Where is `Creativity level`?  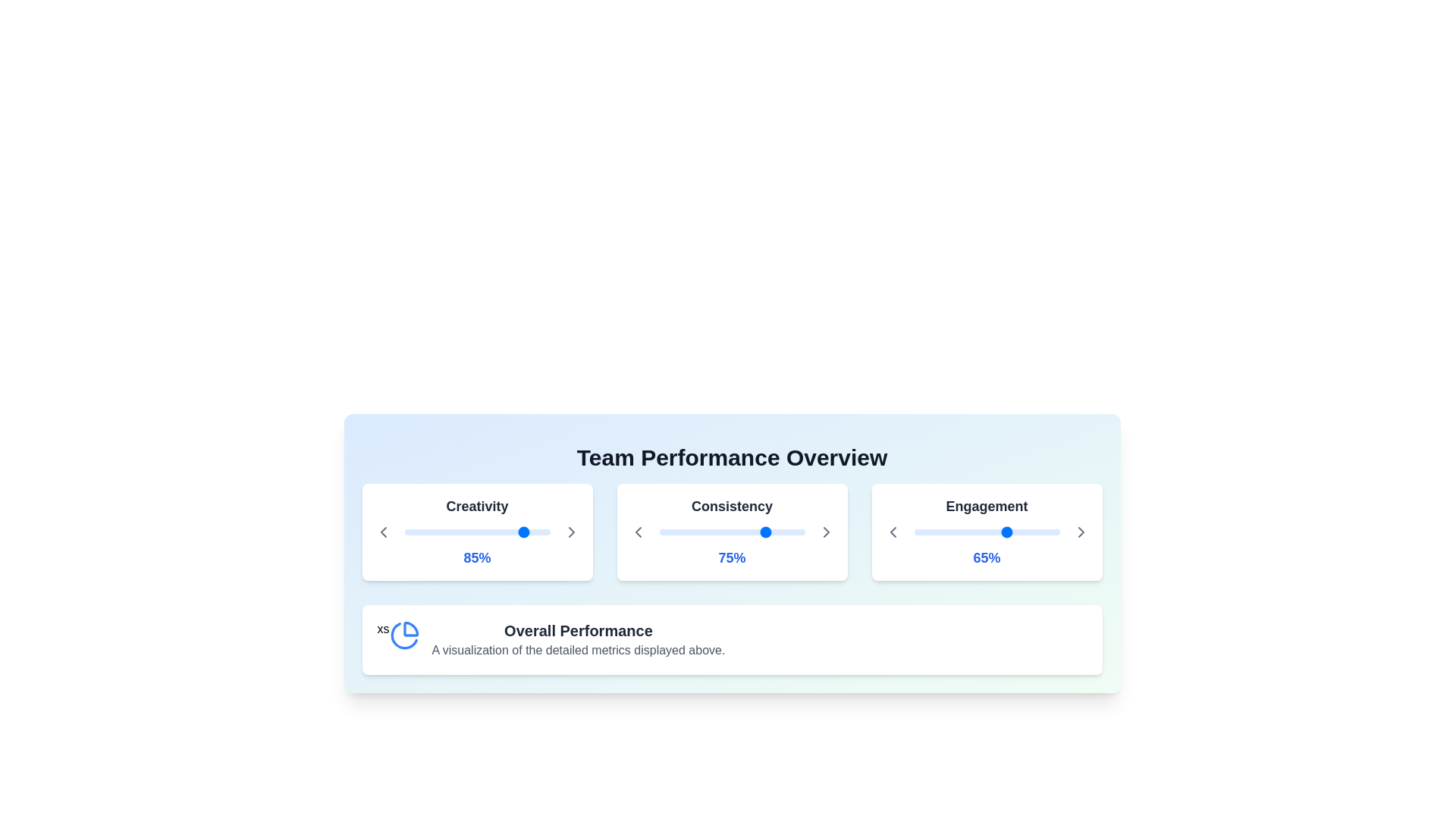
Creativity level is located at coordinates (497, 532).